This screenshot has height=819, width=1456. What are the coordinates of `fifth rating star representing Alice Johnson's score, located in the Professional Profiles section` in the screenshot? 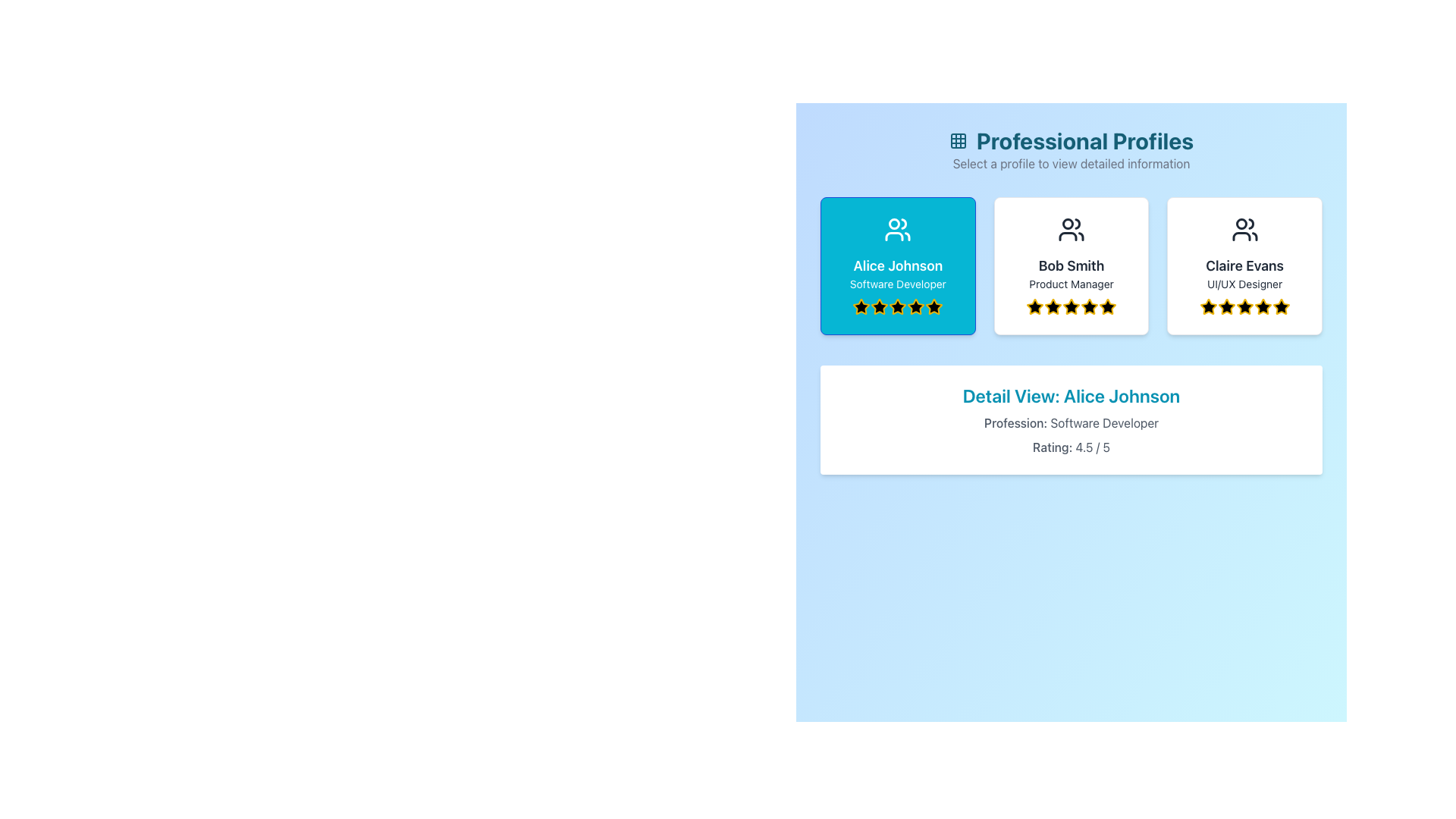 It's located at (934, 306).